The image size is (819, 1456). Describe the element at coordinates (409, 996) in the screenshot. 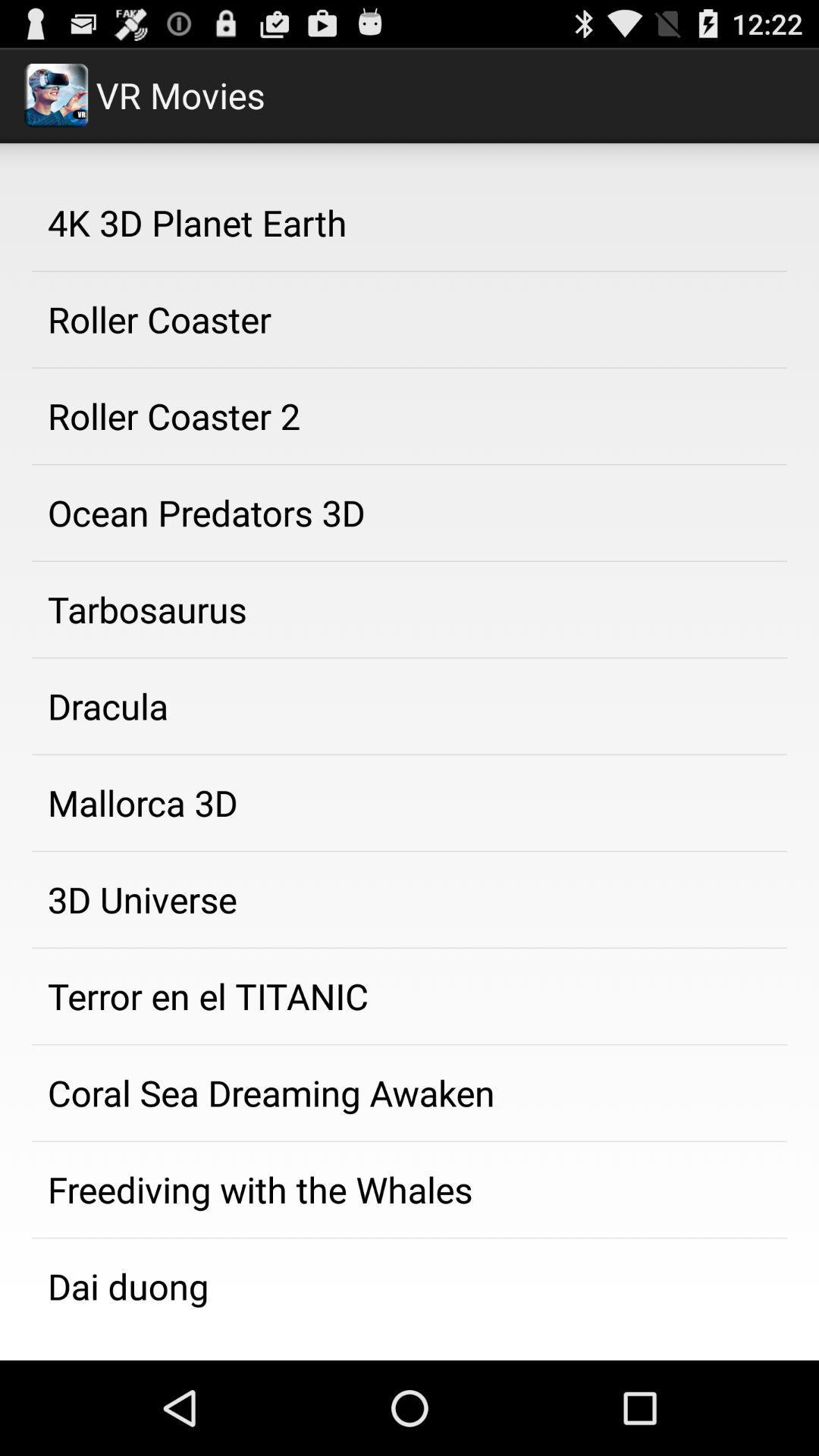

I see `item above the coral sea dreaming app` at that location.